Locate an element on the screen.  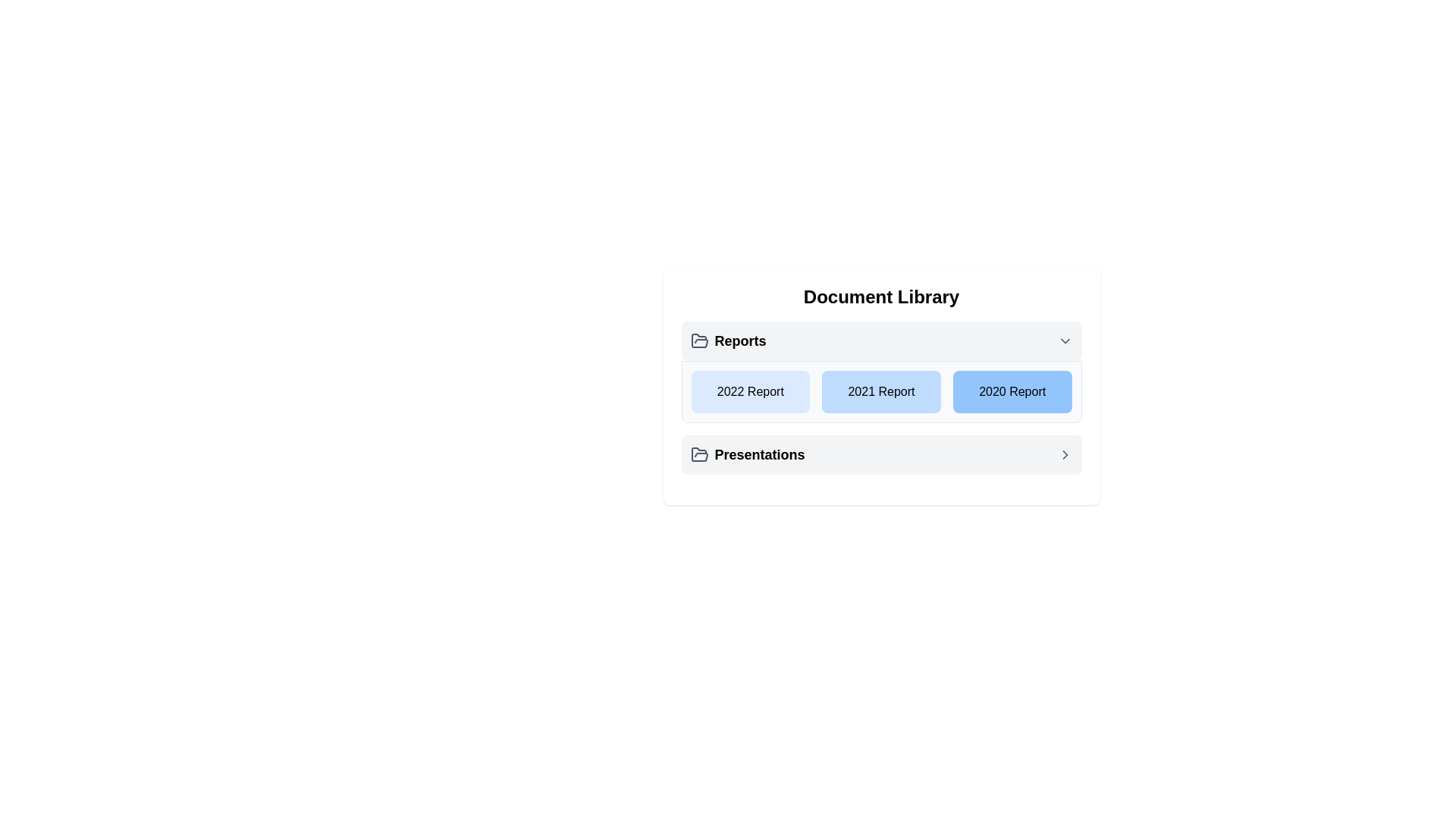
the folder icon, which is a minimalistic gray outline positioned to the left of the 'Reports' label in the 'Document Library' section is located at coordinates (698, 341).